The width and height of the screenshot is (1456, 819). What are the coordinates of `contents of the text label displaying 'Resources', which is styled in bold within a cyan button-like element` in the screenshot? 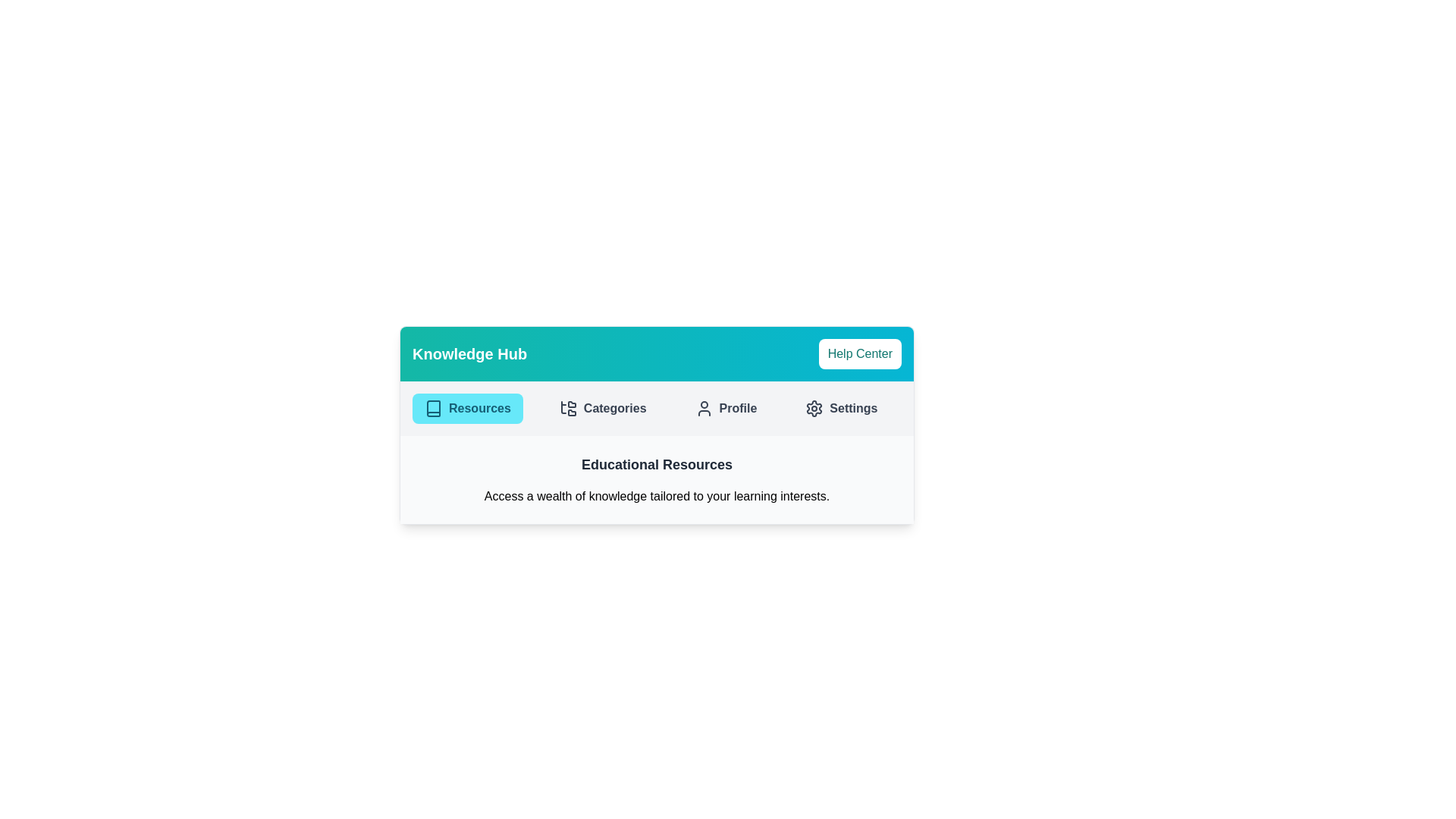 It's located at (479, 408).